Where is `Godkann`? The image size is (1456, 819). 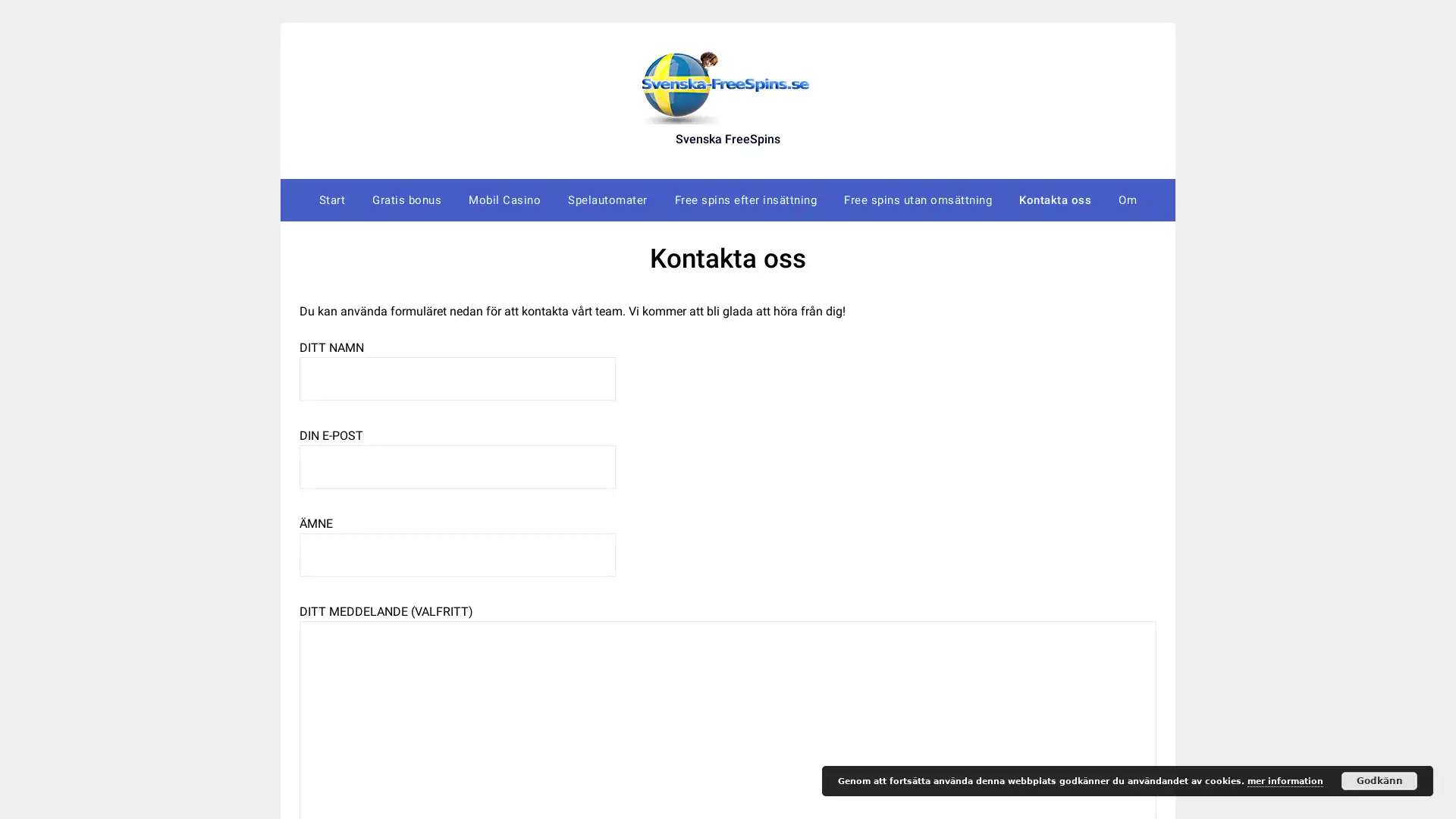 Godkann is located at coordinates (1379, 780).